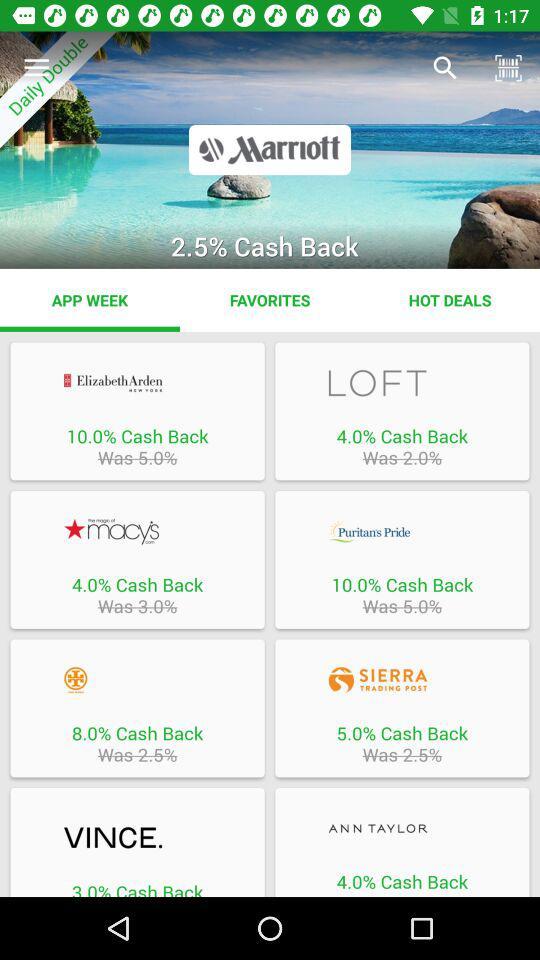  What do you see at coordinates (402, 680) in the screenshot?
I see `this deal` at bounding box center [402, 680].